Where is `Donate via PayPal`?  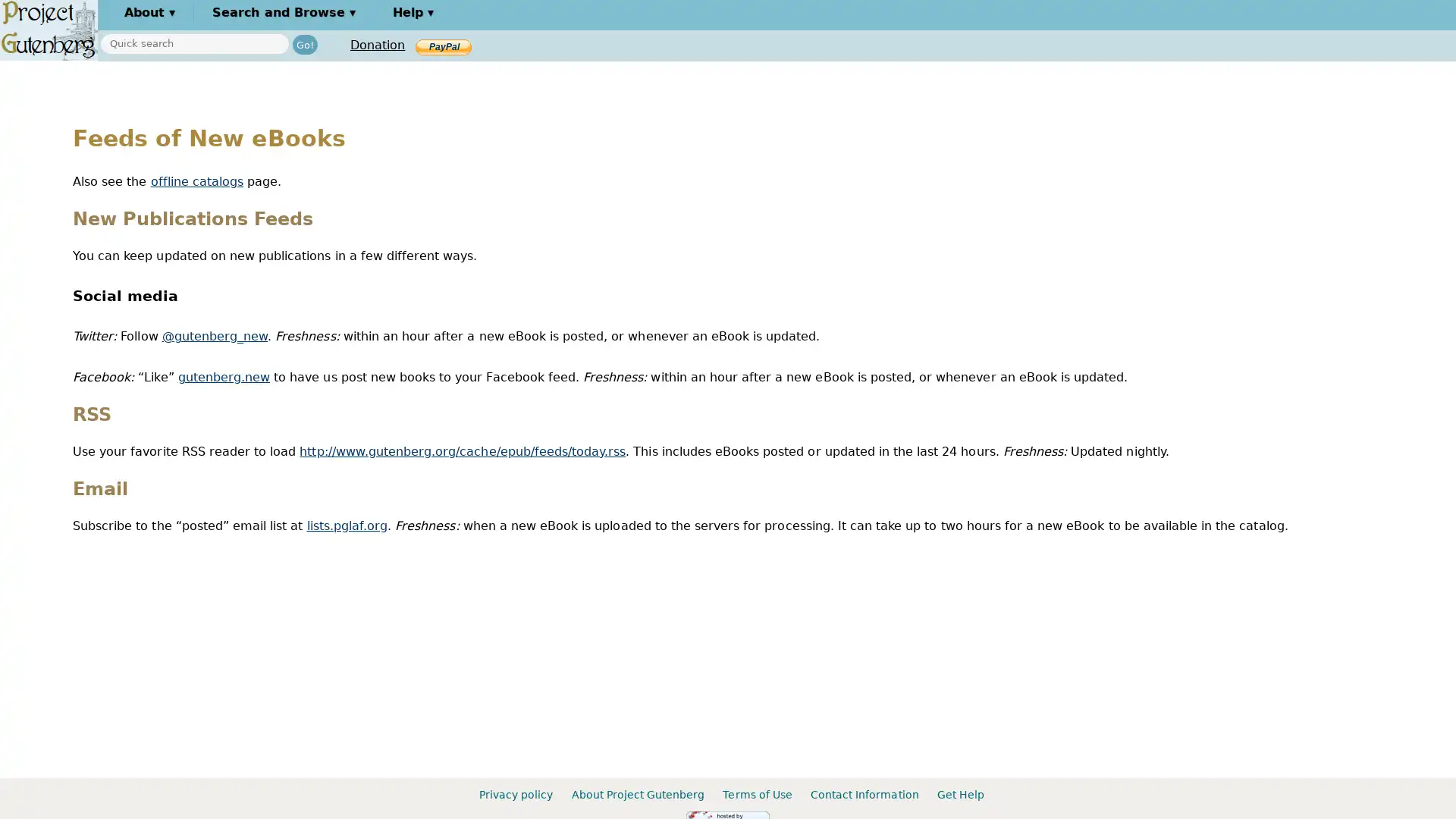
Donate via PayPal is located at coordinates (443, 45).